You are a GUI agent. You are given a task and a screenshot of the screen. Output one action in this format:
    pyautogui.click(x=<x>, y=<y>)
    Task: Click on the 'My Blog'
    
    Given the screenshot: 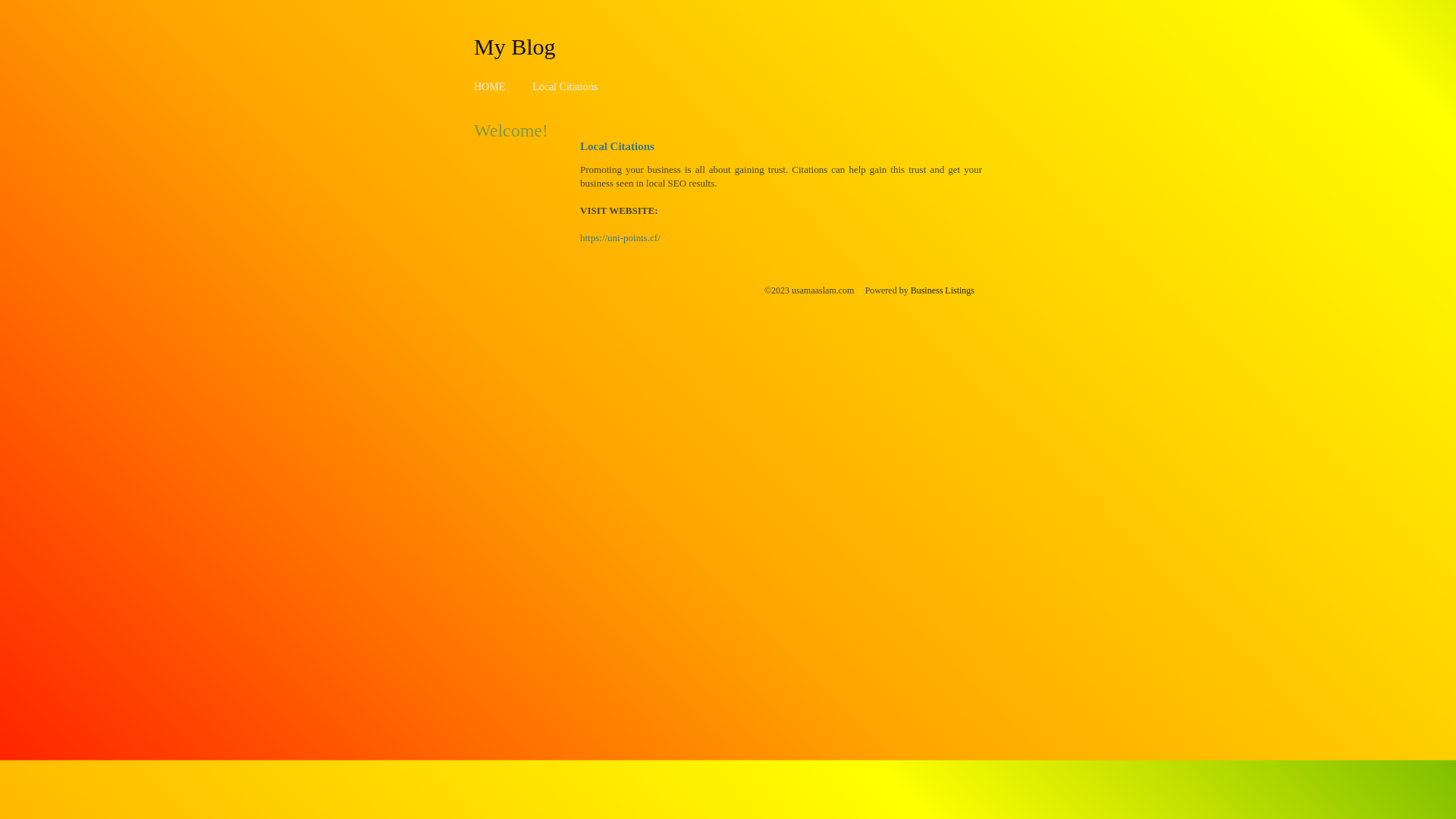 What is the action you would take?
    pyautogui.click(x=472, y=45)
    